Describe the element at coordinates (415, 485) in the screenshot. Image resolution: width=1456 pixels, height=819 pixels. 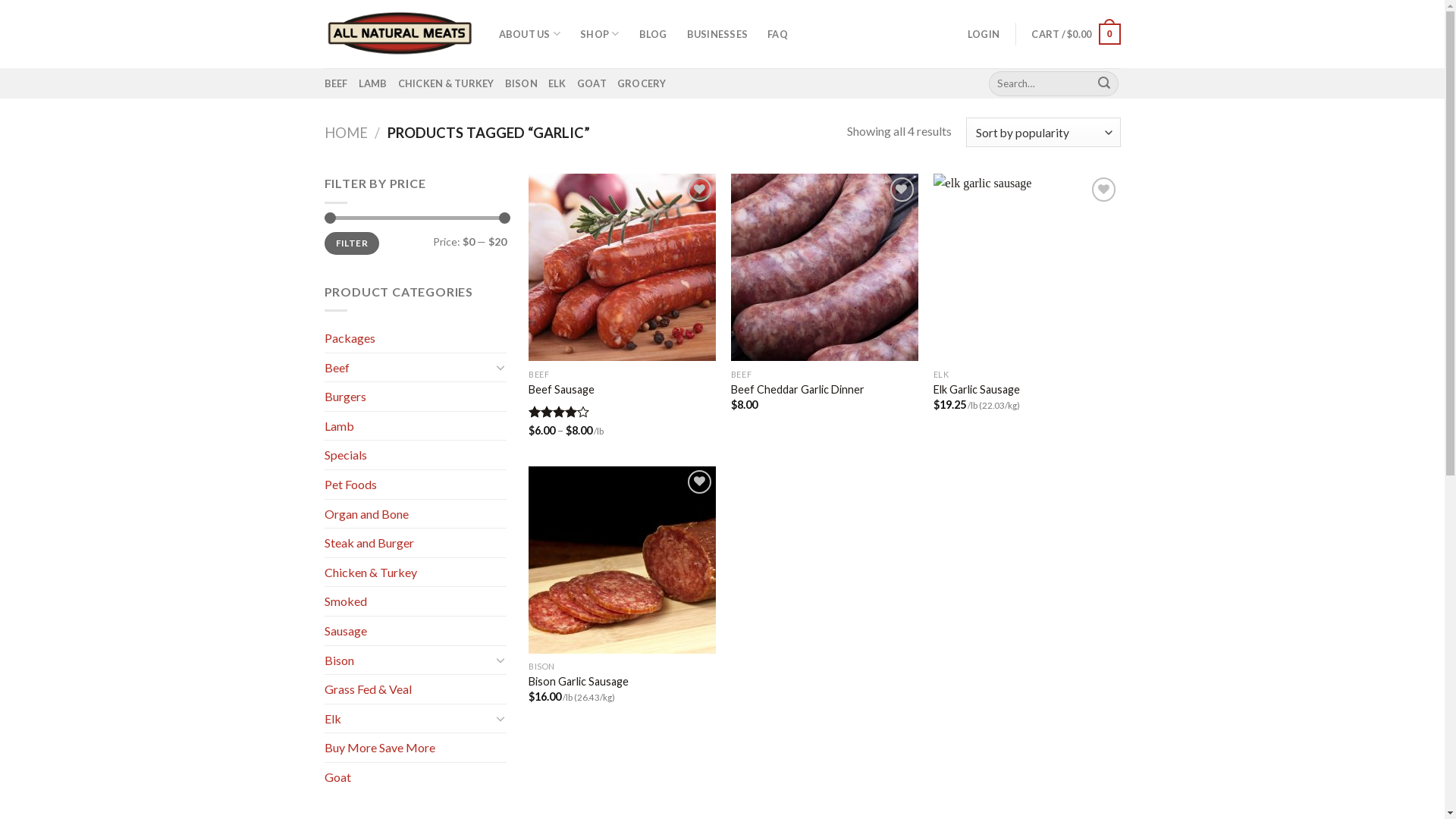
I see `'Pet Foods'` at that location.